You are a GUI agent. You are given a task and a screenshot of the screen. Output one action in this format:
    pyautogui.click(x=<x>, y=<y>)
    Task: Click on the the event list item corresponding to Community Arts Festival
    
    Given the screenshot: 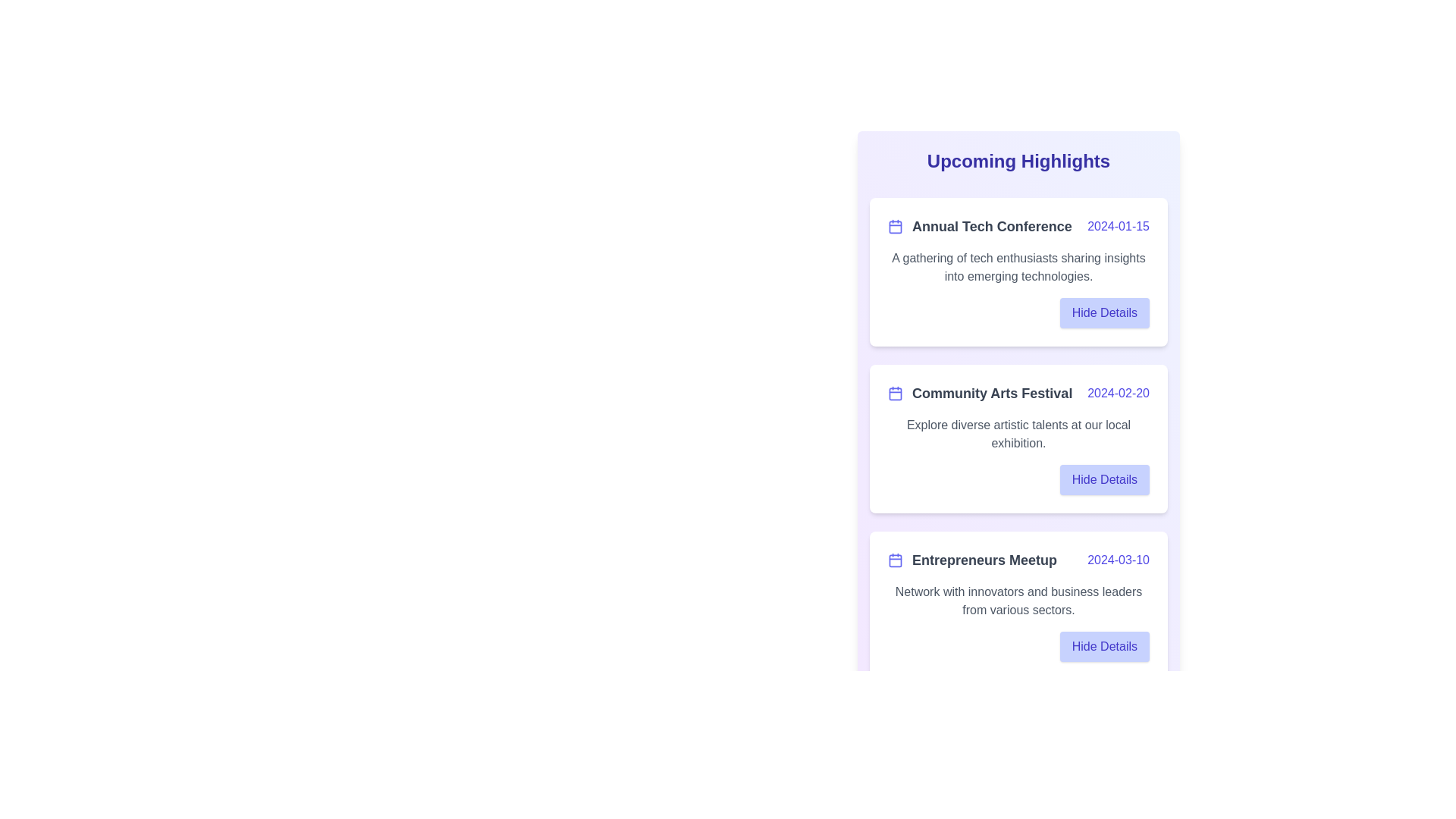 What is the action you would take?
    pyautogui.click(x=1018, y=438)
    